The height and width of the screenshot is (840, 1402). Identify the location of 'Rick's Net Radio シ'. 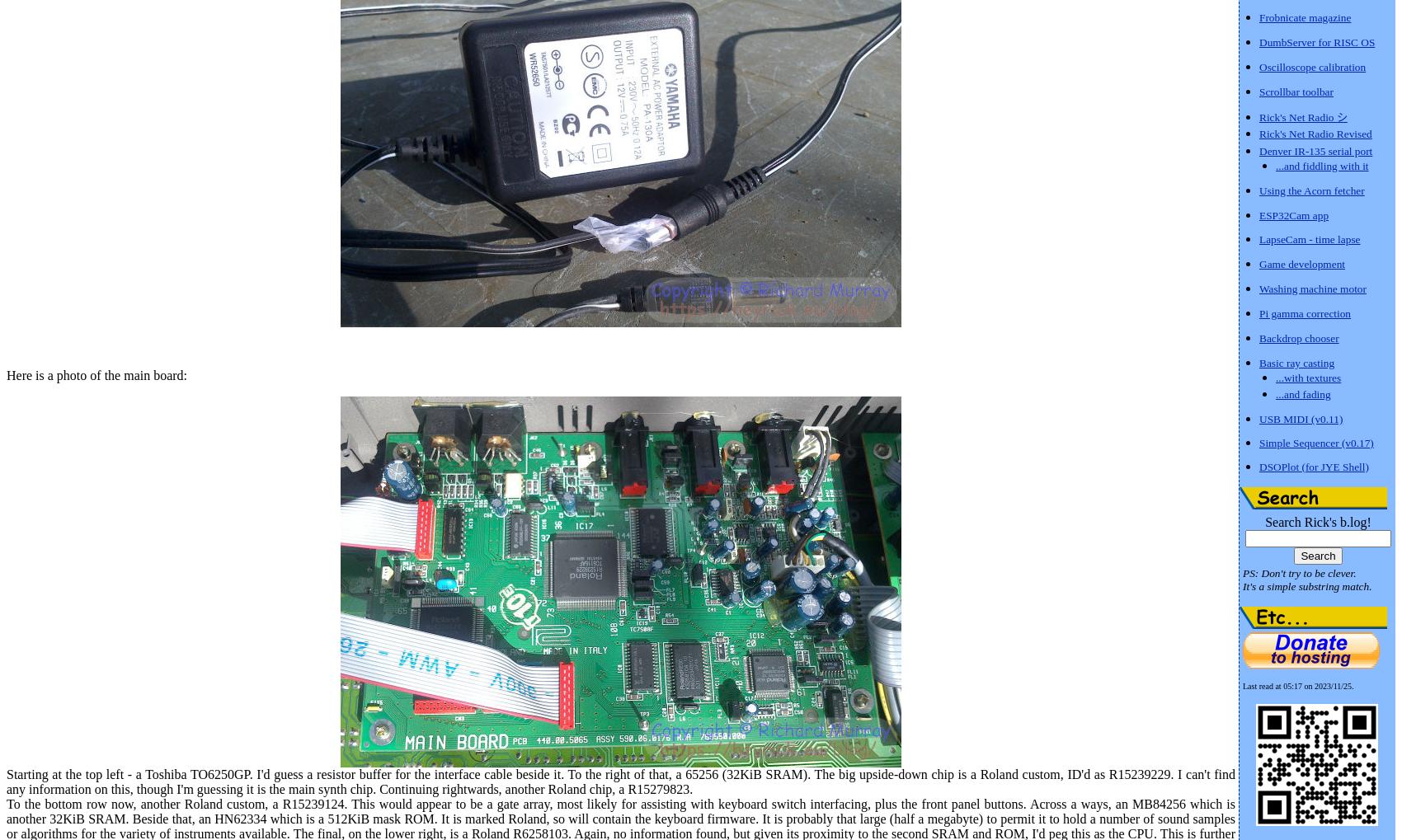
(1302, 116).